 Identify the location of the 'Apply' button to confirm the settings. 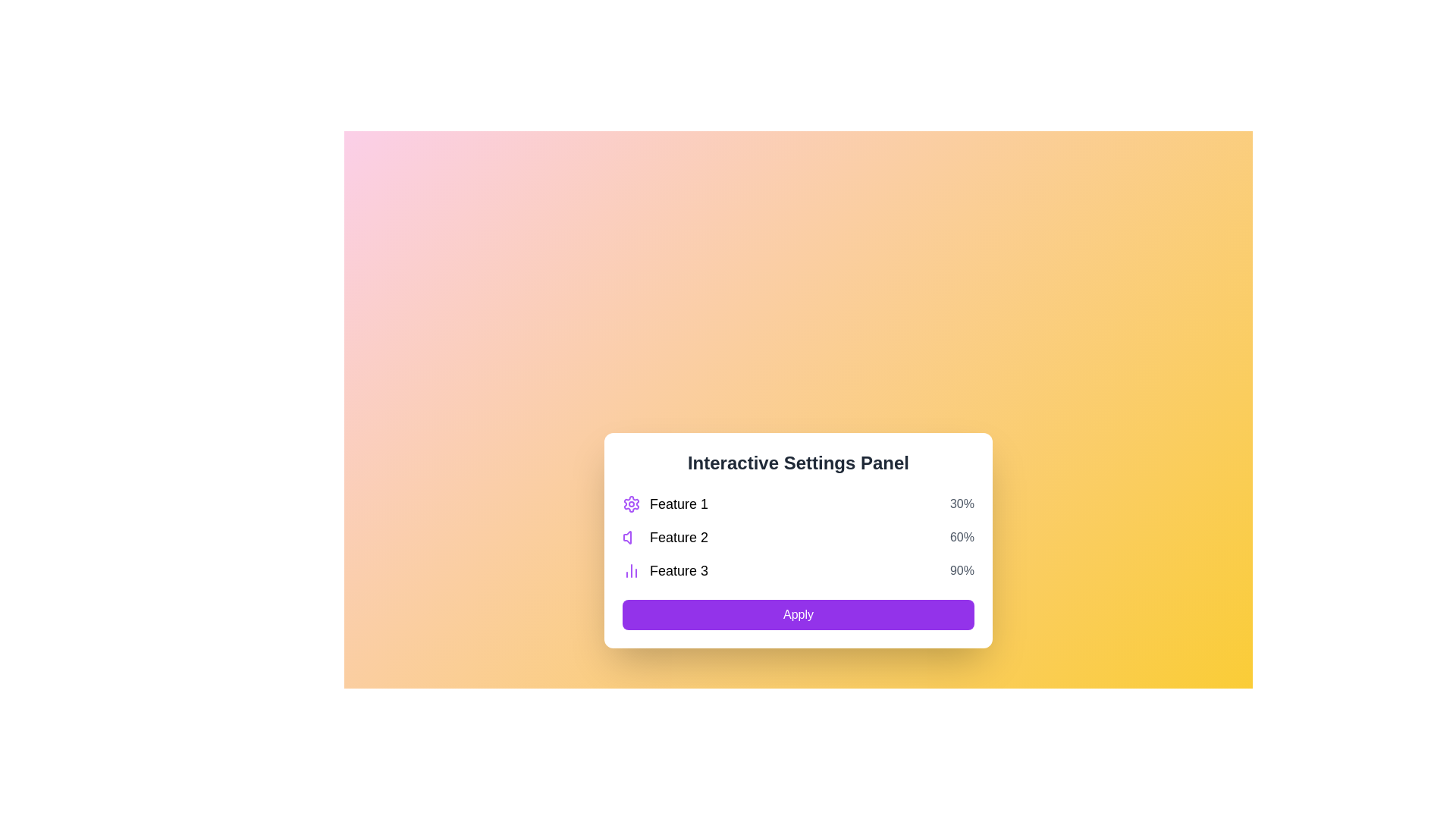
(797, 614).